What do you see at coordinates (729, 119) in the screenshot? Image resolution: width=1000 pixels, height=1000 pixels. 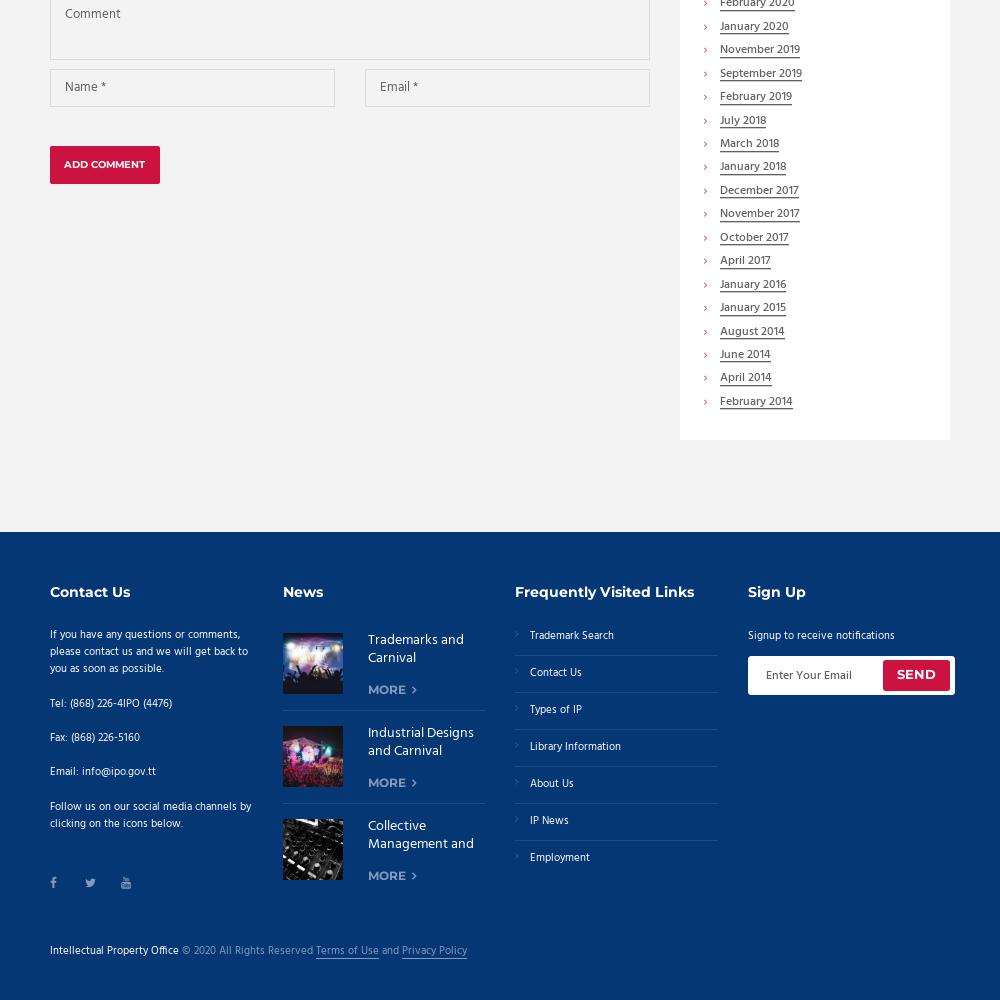 I see `'July'` at bounding box center [729, 119].